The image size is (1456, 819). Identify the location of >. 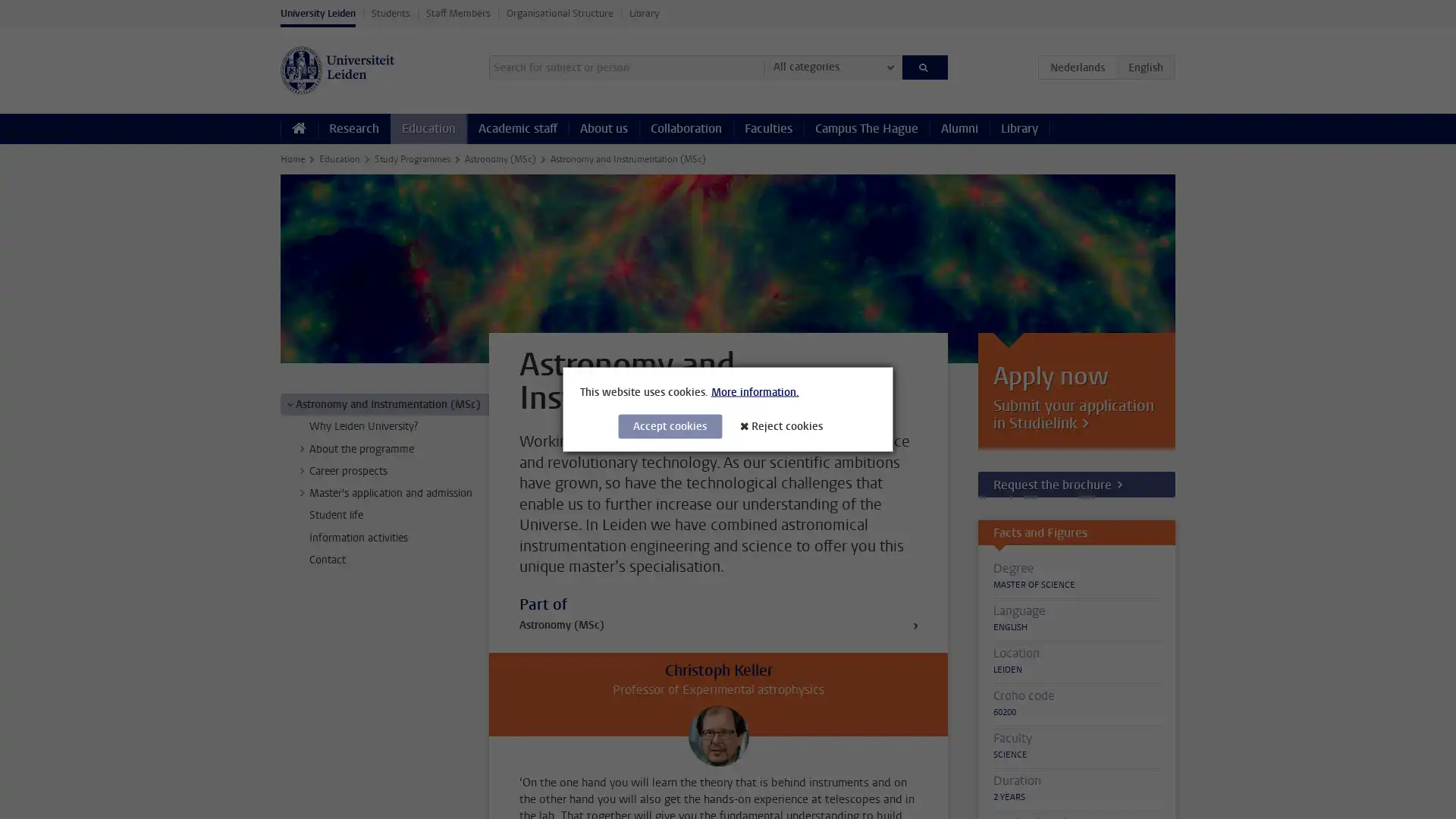
(302, 469).